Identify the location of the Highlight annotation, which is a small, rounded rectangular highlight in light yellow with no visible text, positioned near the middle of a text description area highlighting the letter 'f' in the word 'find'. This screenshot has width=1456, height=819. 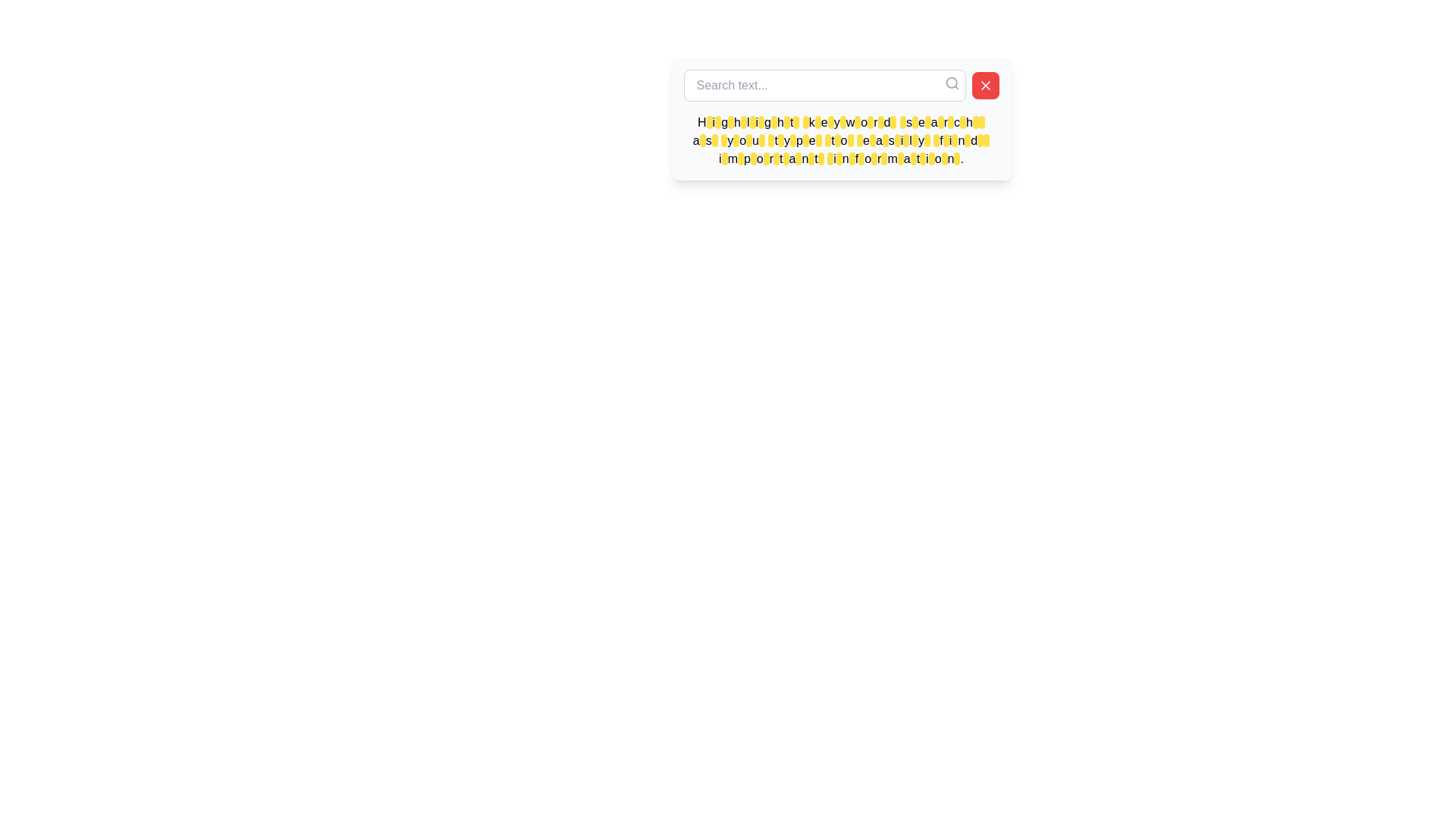
(906, 140).